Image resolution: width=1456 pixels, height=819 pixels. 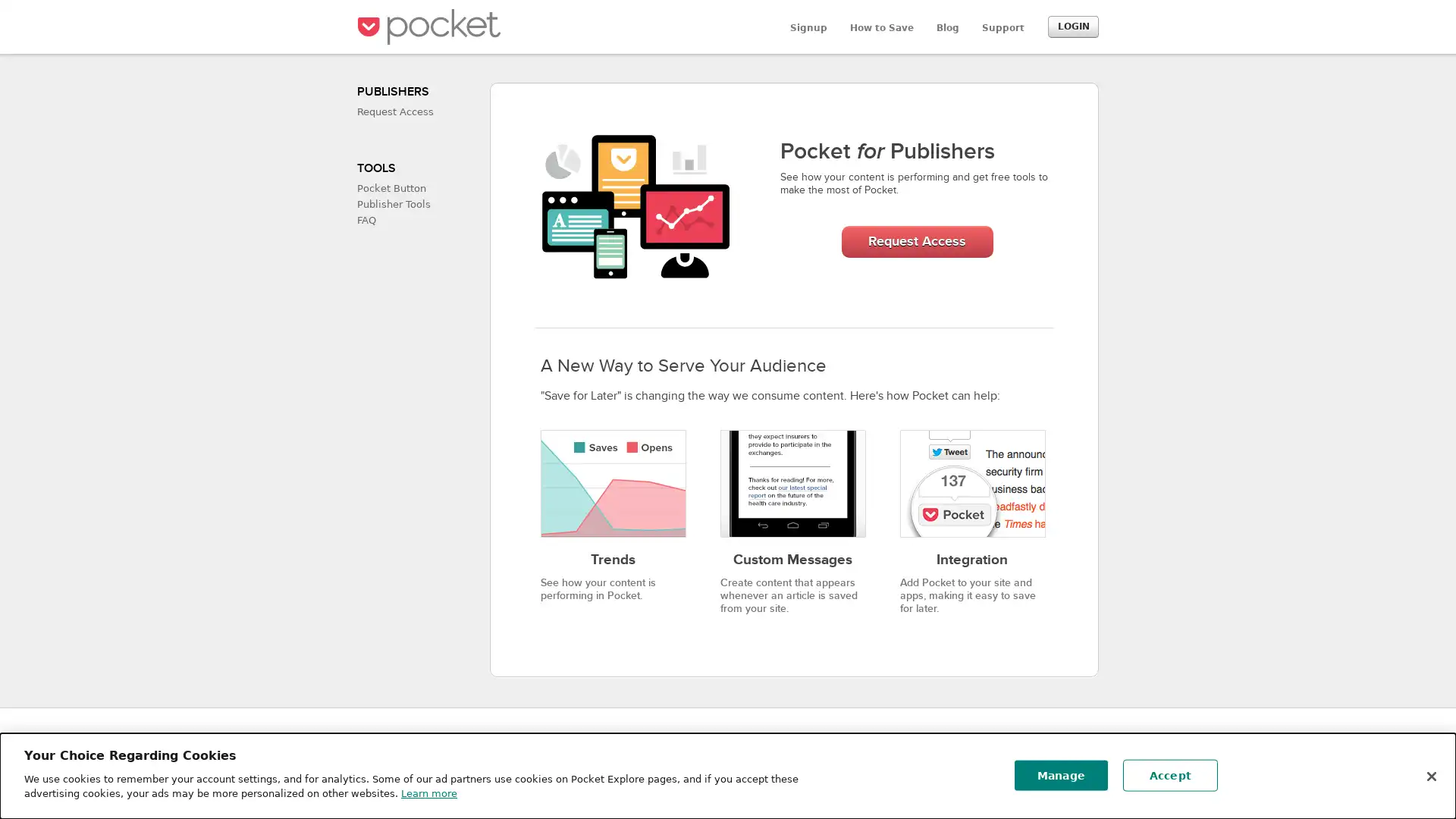 What do you see at coordinates (1059, 775) in the screenshot?
I see `Manage` at bounding box center [1059, 775].